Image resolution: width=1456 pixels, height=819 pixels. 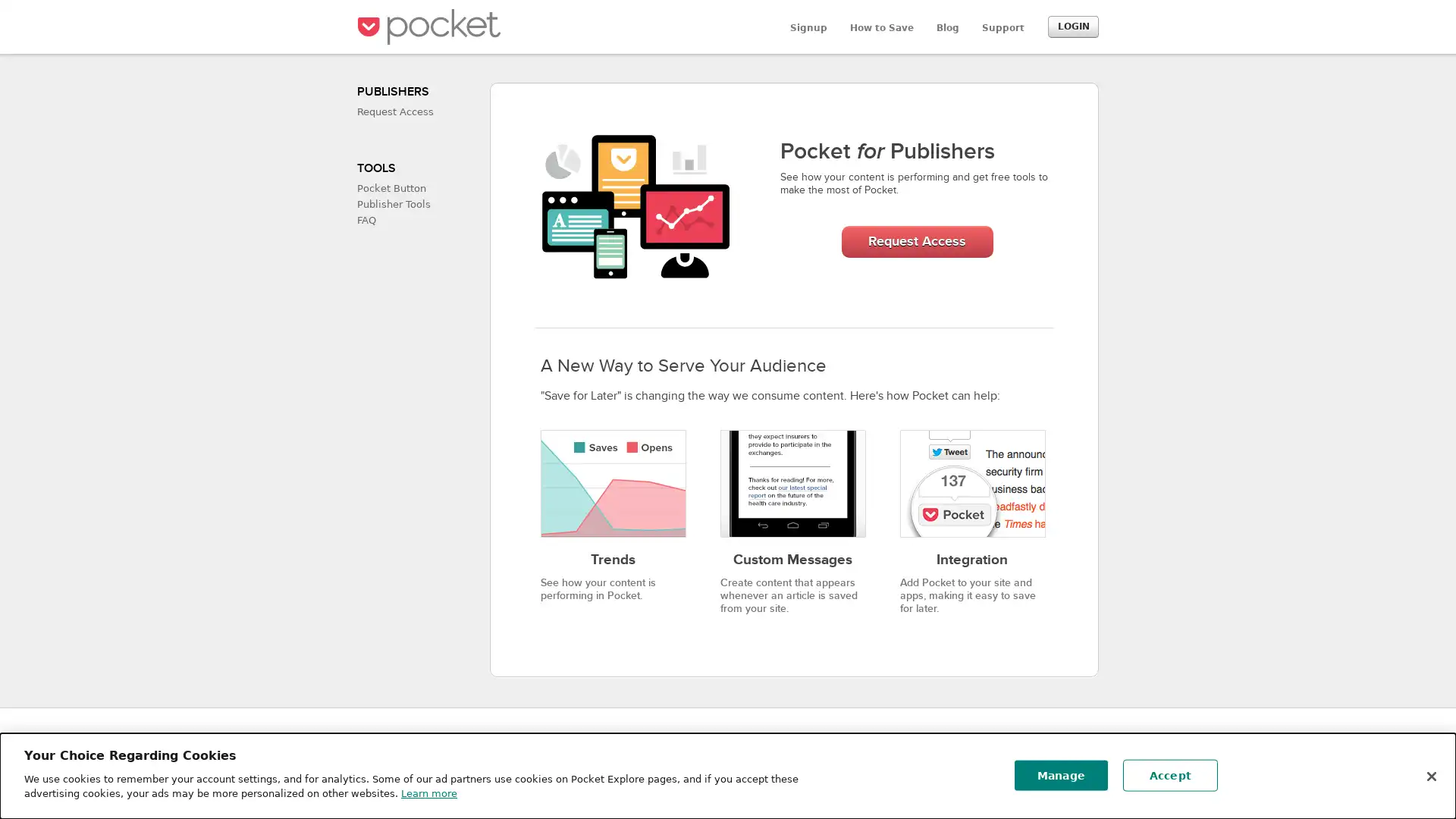 What do you see at coordinates (1059, 775) in the screenshot?
I see `Manage` at bounding box center [1059, 775].